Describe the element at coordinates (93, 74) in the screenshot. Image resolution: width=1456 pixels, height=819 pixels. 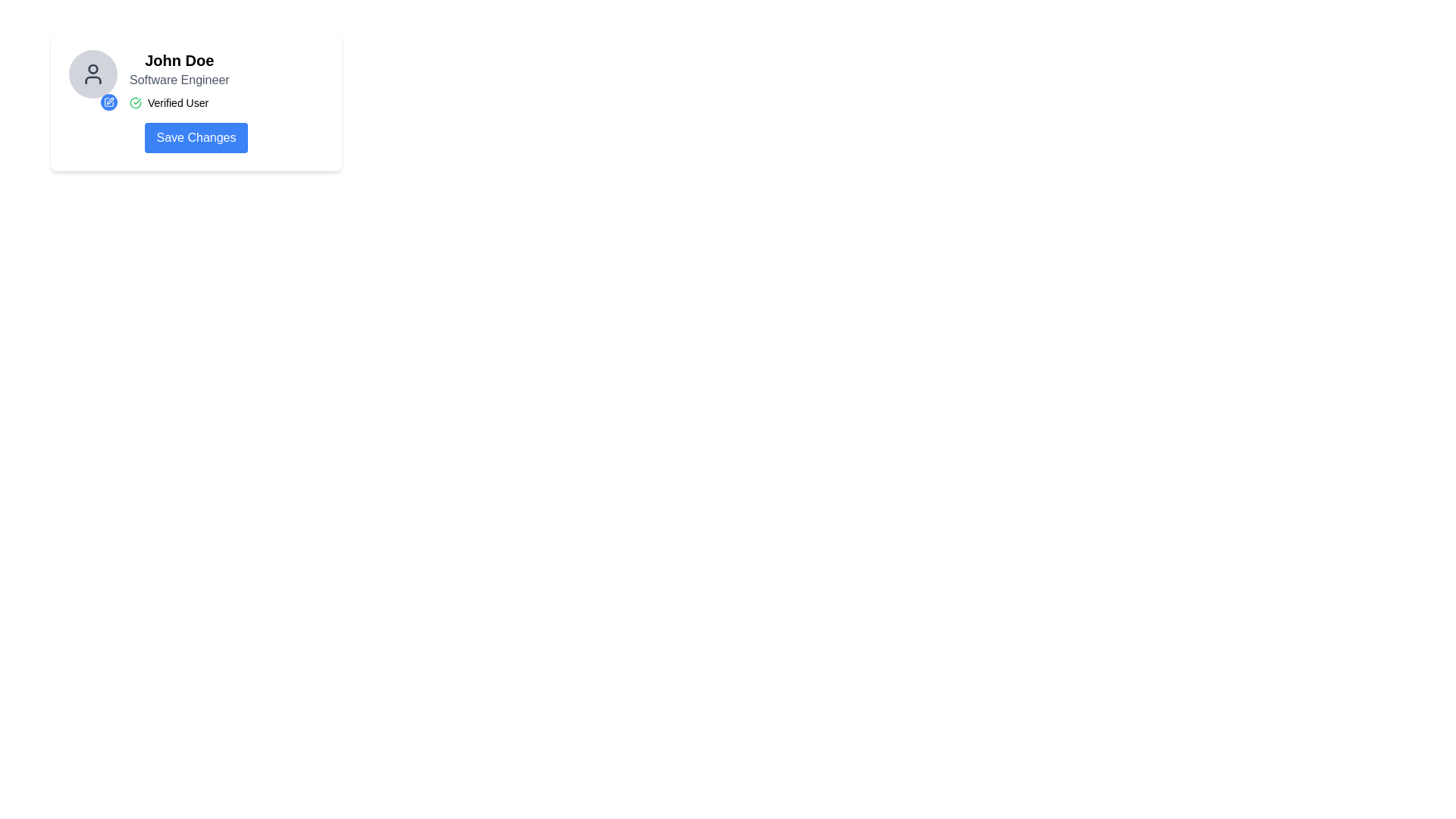
I see `the circular graphical avatar placeholder with a gray background and user icon outline` at that location.